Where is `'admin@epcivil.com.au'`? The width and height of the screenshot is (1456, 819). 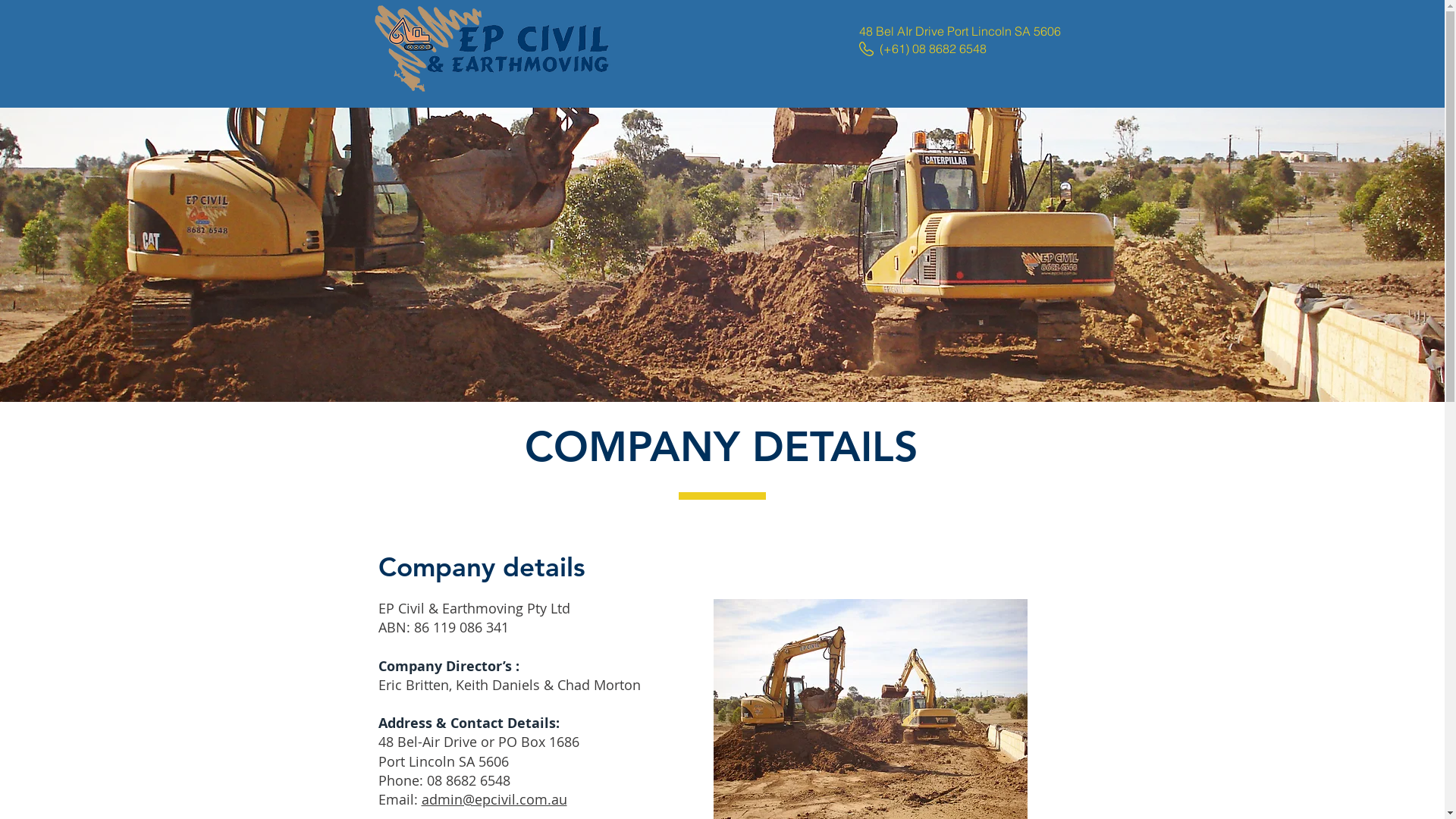
'admin@epcivil.com.au' is located at coordinates (422, 798).